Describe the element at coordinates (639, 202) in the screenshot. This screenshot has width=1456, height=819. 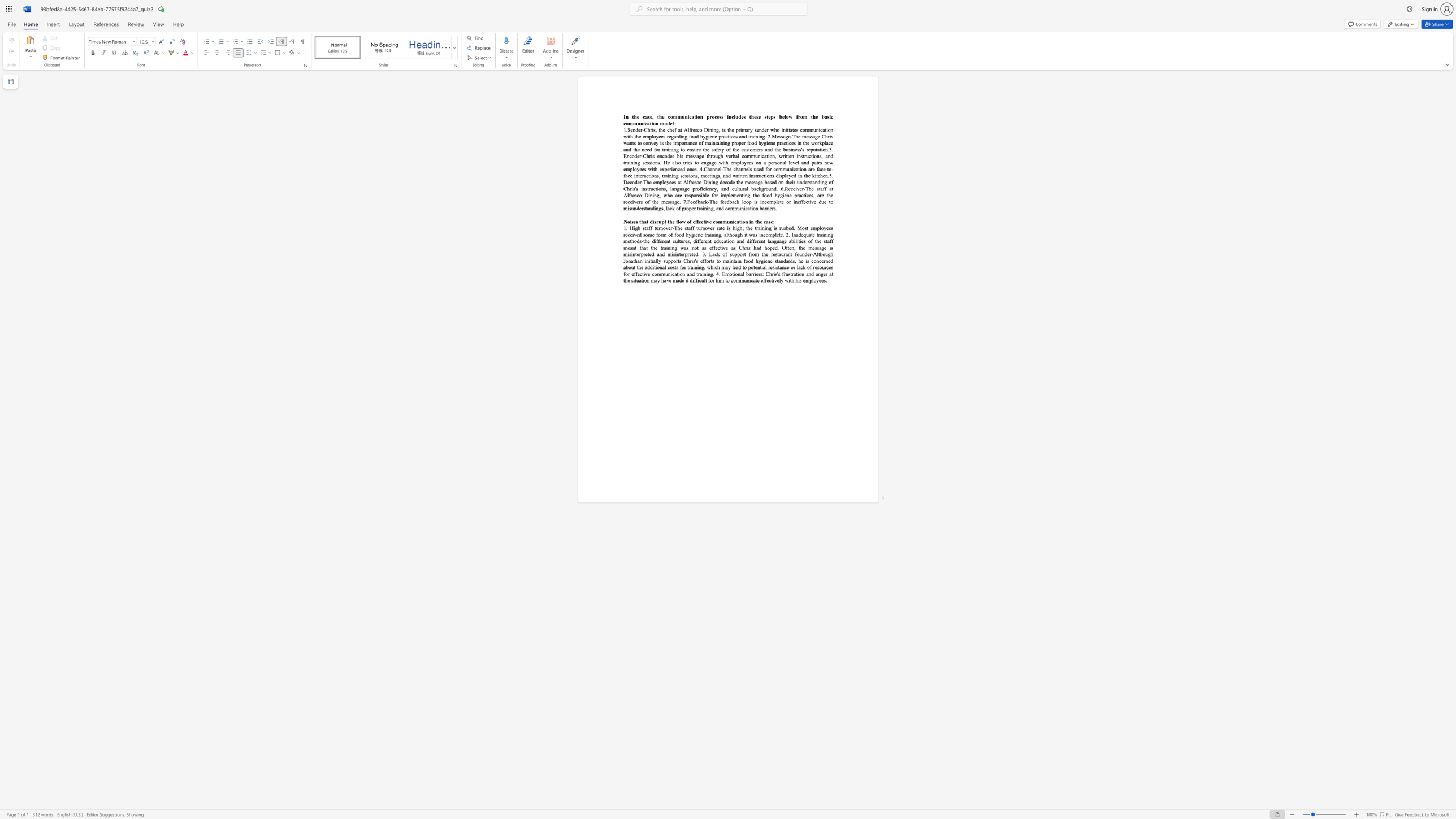
I see `the 4th character "r" in the text` at that location.